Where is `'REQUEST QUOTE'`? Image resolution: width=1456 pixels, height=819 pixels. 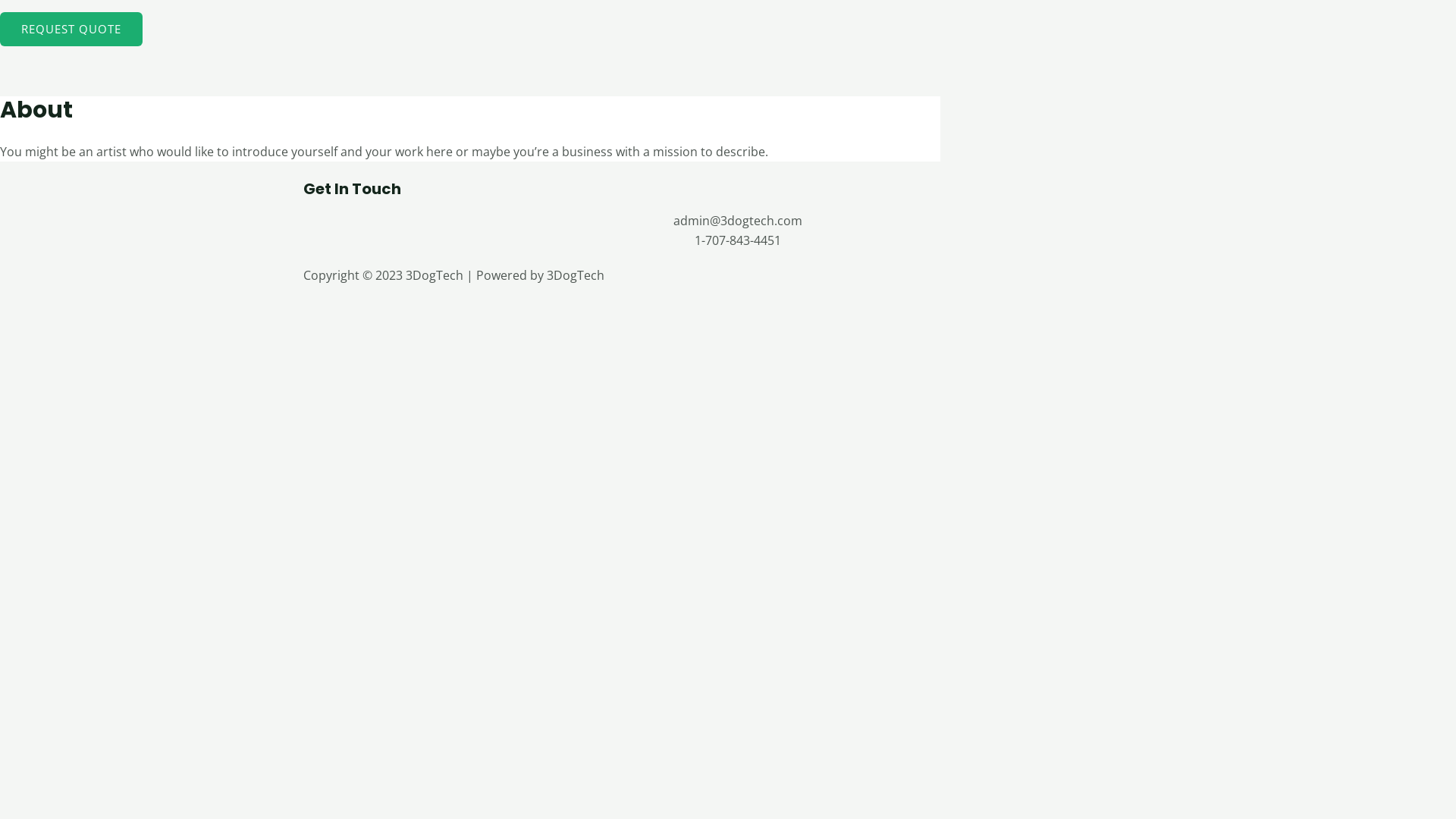 'REQUEST QUOTE' is located at coordinates (71, 29).